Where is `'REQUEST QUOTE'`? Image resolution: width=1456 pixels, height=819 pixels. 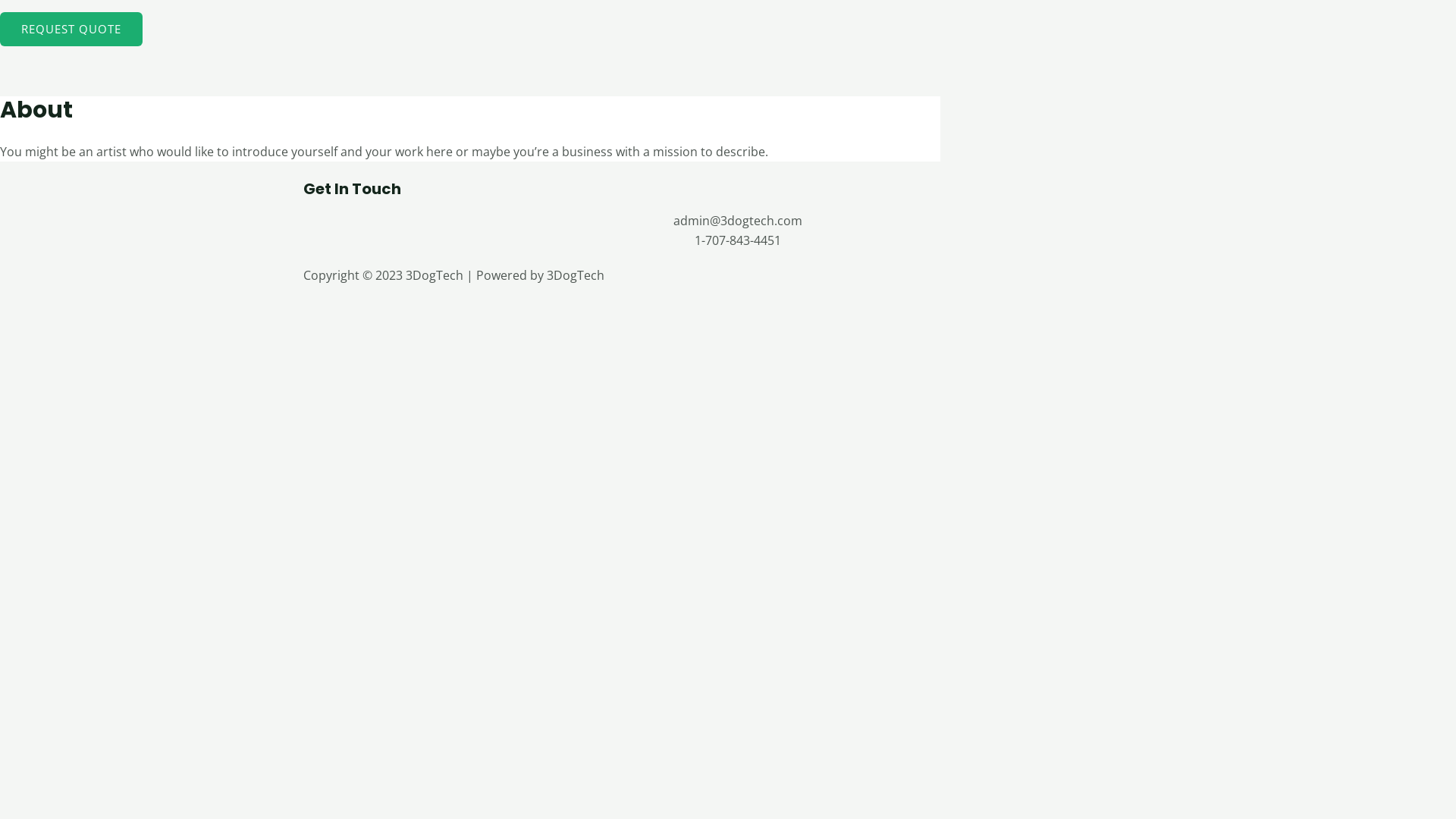 'REQUEST QUOTE' is located at coordinates (71, 29).